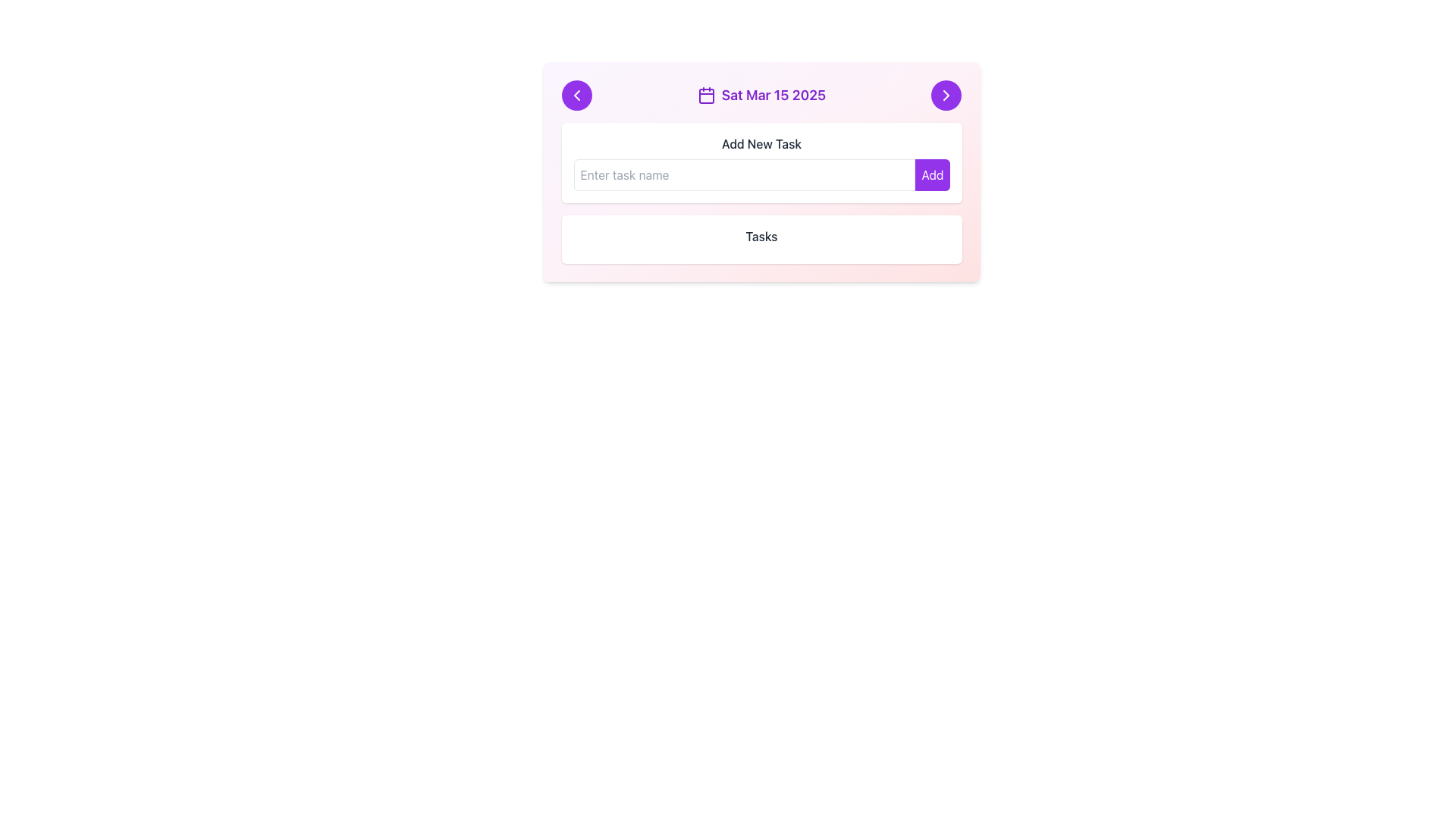  What do you see at coordinates (705, 96) in the screenshot?
I see `the calendar icon, which is a purple square outline with month indication lines at the top, located to the left of the text 'Sat Mar 15 2025' in the header section of the card component` at bounding box center [705, 96].